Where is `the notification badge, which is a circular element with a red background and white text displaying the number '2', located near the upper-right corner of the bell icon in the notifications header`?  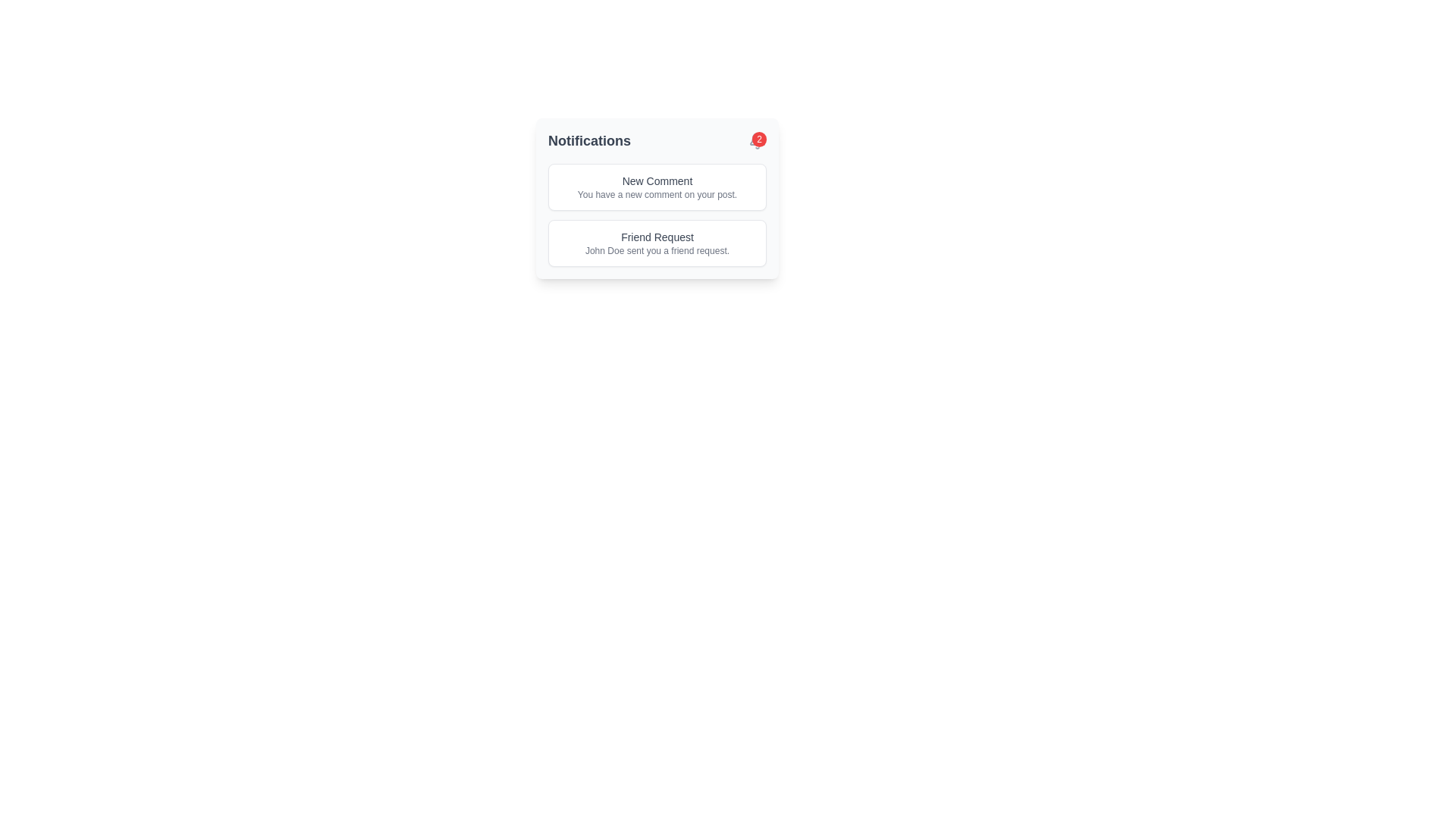
the notification badge, which is a circular element with a red background and white text displaying the number '2', located near the upper-right corner of the bell icon in the notifications header is located at coordinates (757, 140).